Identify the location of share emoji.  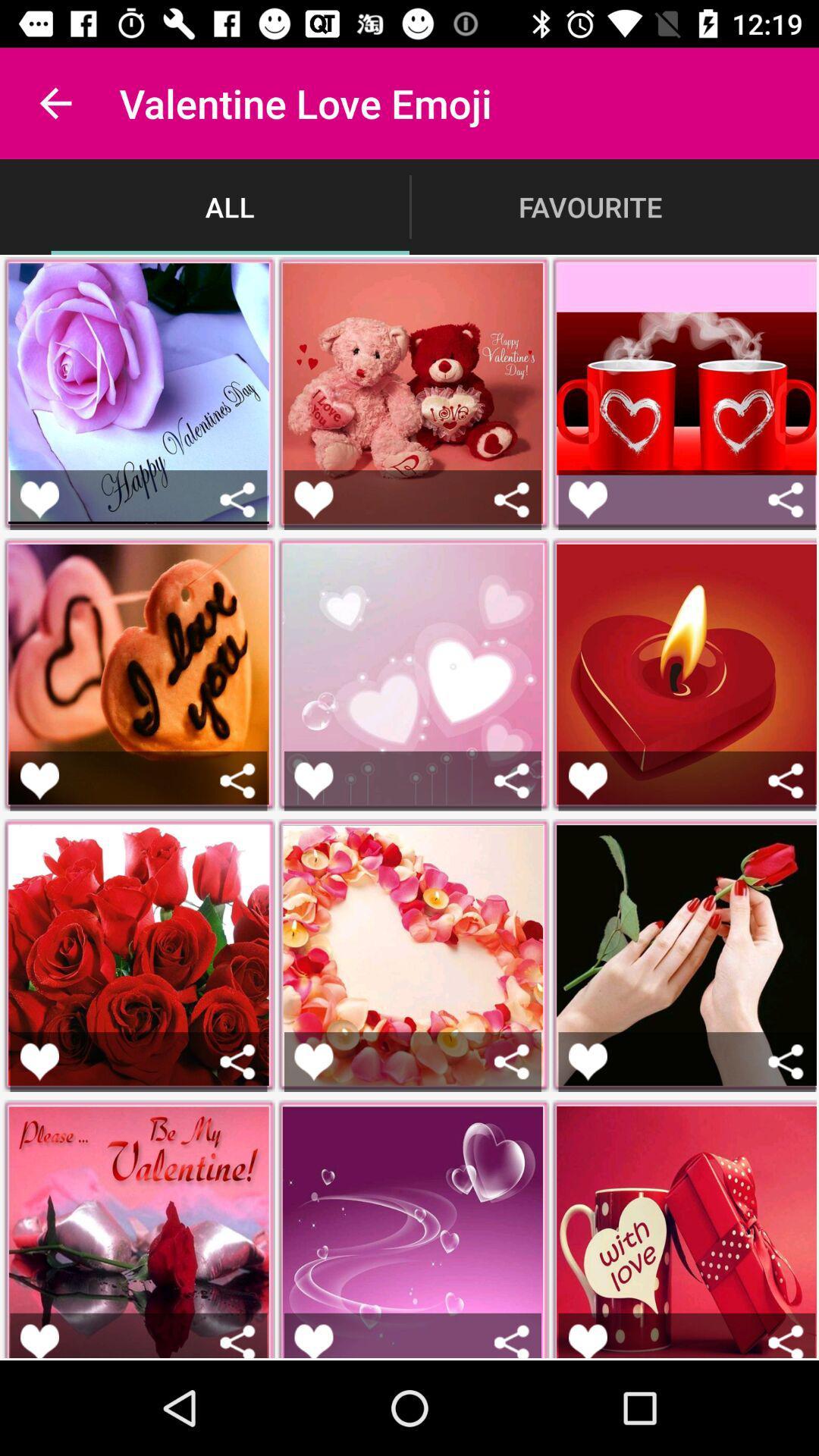
(512, 1061).